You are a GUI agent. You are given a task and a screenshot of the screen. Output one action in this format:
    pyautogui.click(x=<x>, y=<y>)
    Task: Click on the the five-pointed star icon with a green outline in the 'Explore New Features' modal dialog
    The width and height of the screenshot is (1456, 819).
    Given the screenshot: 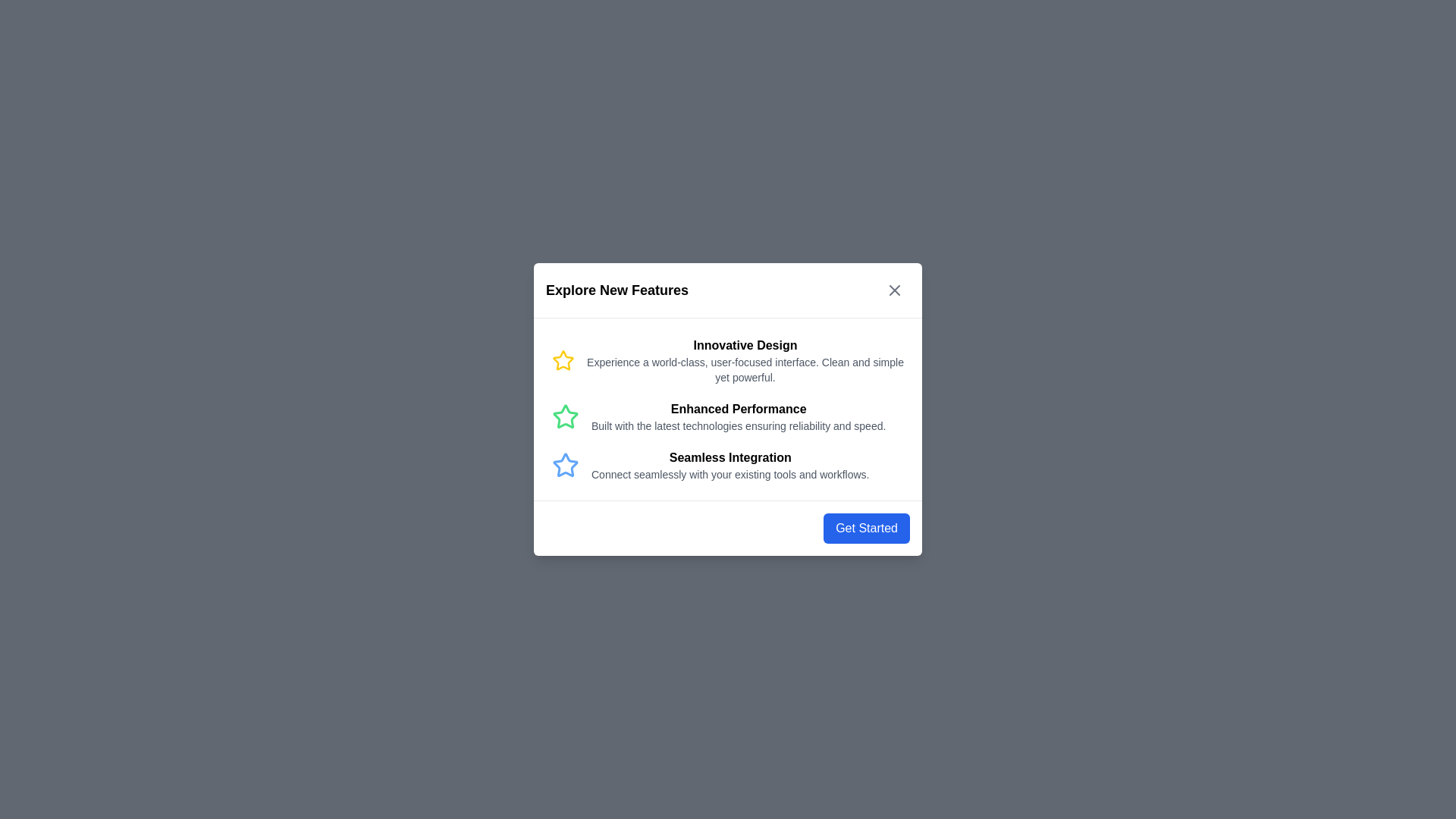 What is the action you would take?
    pyautogui.click(x=564, y=416)
    